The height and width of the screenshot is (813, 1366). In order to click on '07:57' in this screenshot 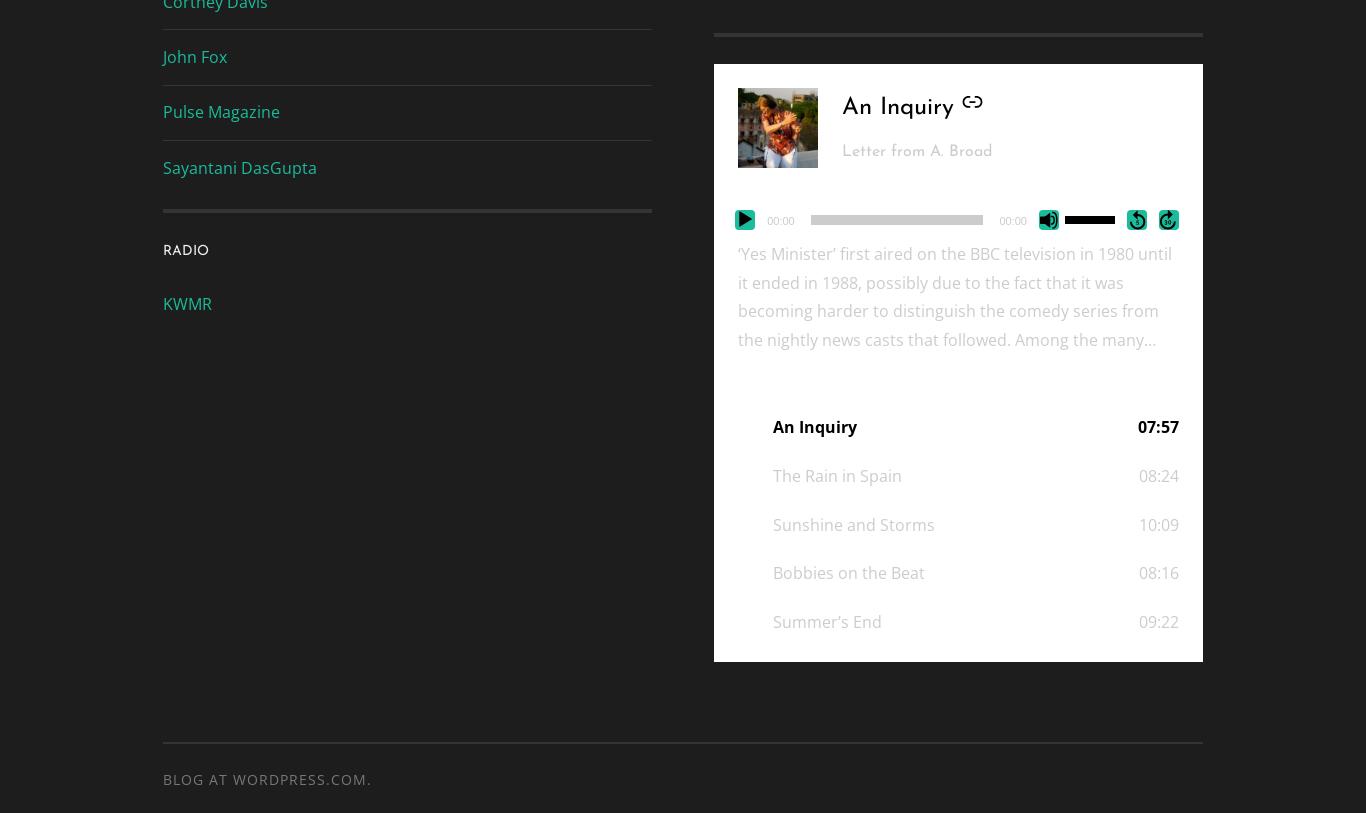, I will do `click(1157, 426)`.